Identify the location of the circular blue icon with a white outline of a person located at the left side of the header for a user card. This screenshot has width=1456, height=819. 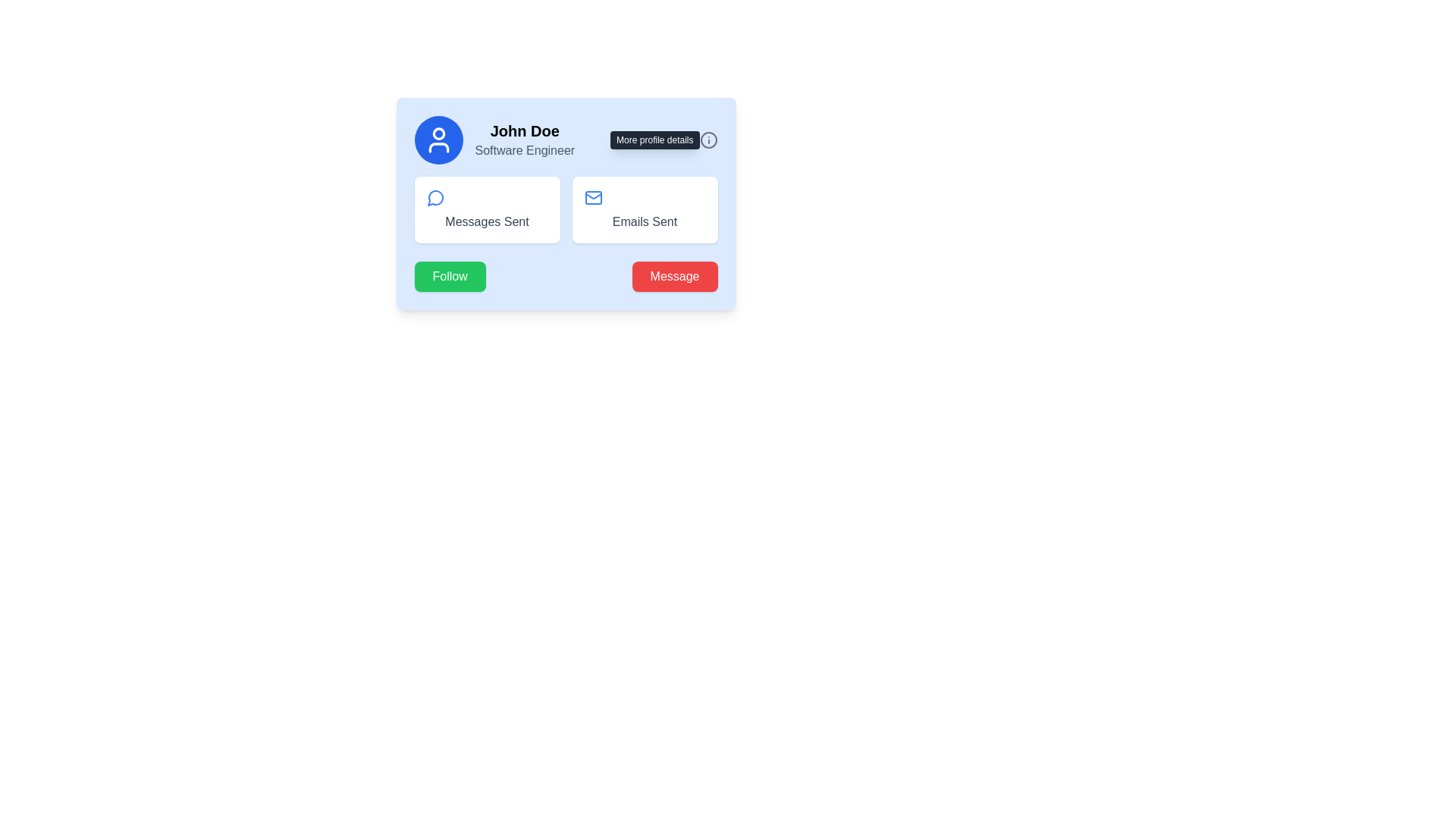
(438, 140).